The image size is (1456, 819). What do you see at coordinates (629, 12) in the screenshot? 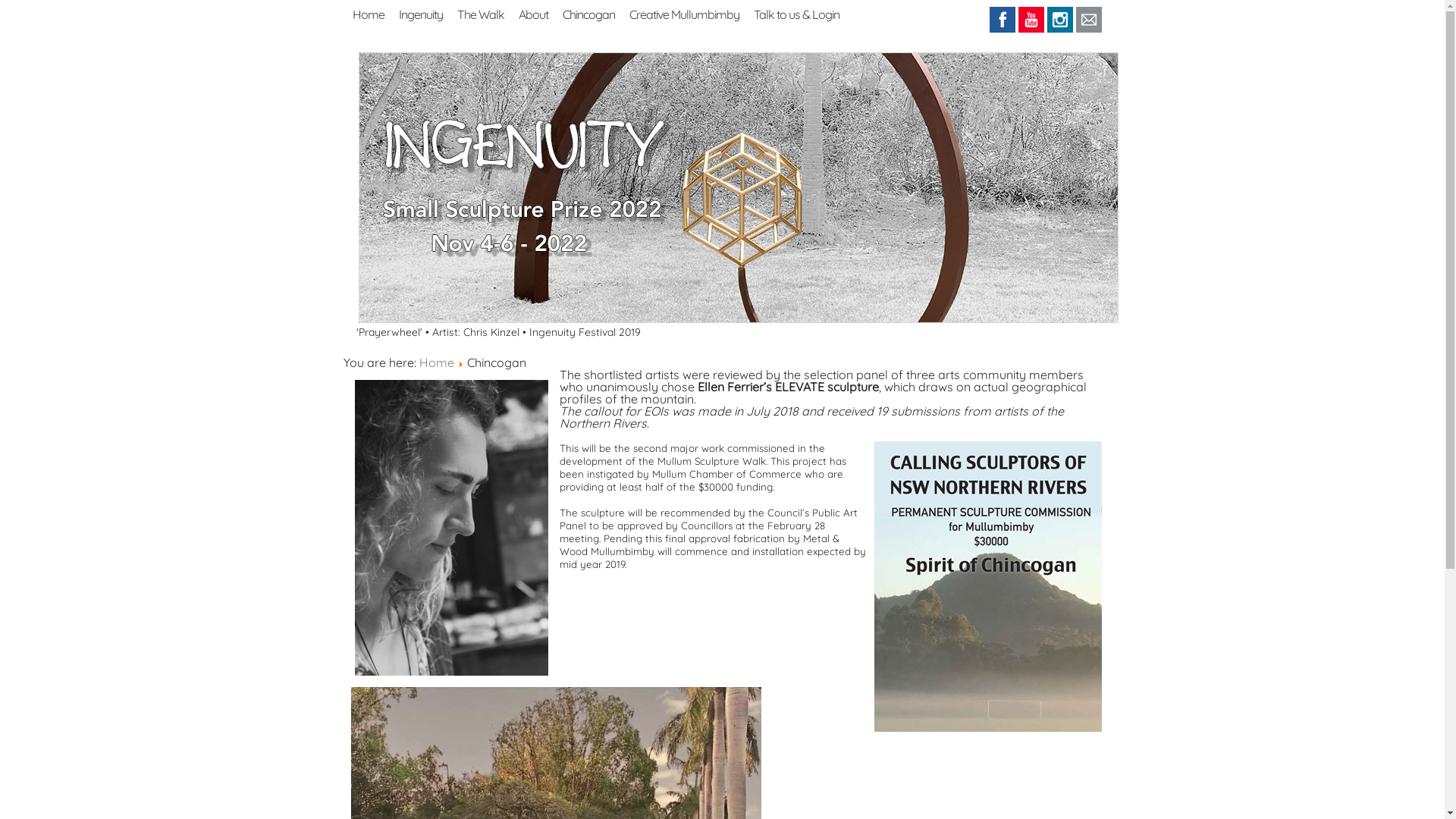
I see `'Creative Mullumbimby'` at bounding box center [629, 12].